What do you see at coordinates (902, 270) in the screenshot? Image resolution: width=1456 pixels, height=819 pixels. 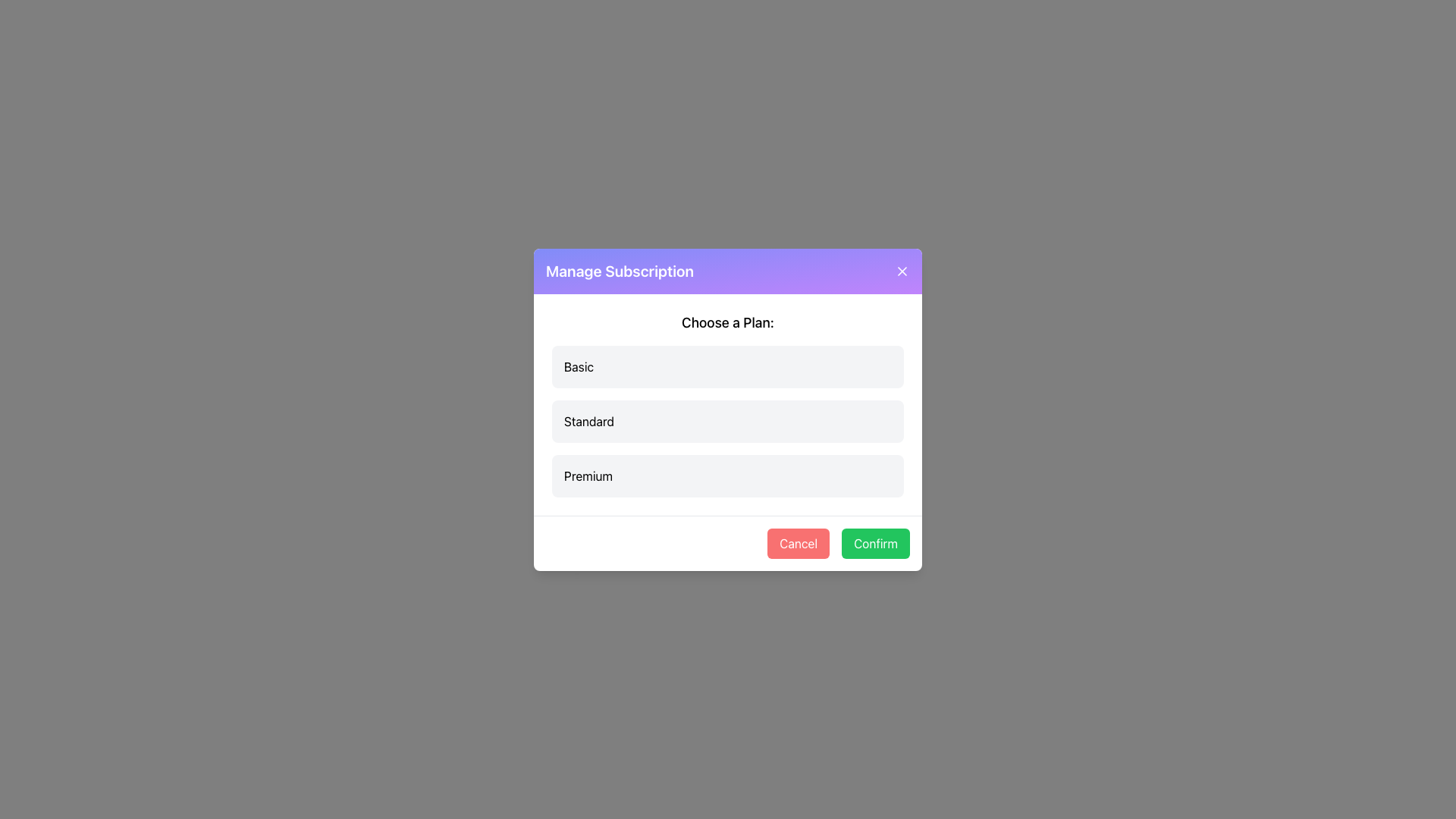 I see `the close button located at the far right of the modal's header, adjacent to the 'Manage Subscription' title` at bounding box center [902, 270].